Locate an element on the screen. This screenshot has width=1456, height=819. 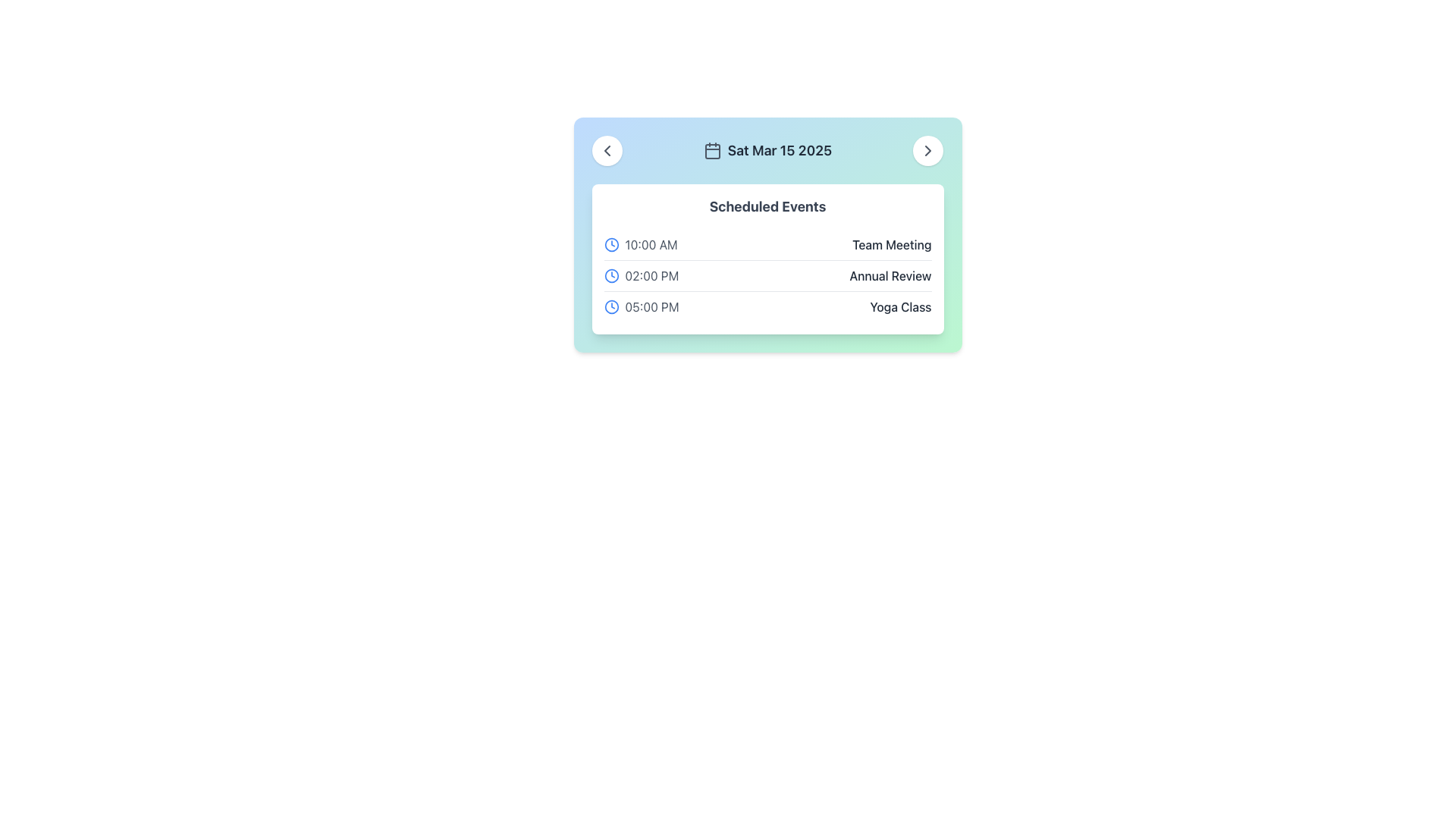
the Text Label displaying '05:00 PM' in gray color, located in the third row of the schedule interface, next to the hourglass icon in blue is located at coordinates (651, 307).